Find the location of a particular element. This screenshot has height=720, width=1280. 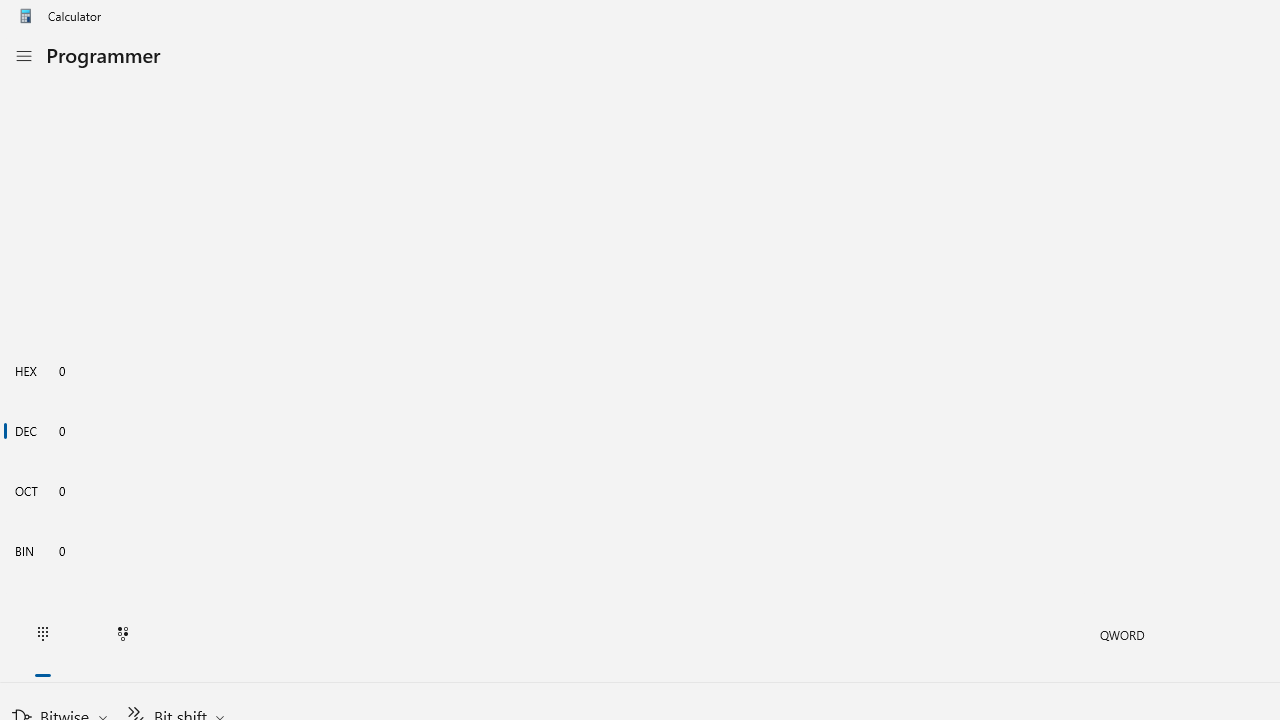

'Bit toggling keypad' is located at coordinates (122, 635).